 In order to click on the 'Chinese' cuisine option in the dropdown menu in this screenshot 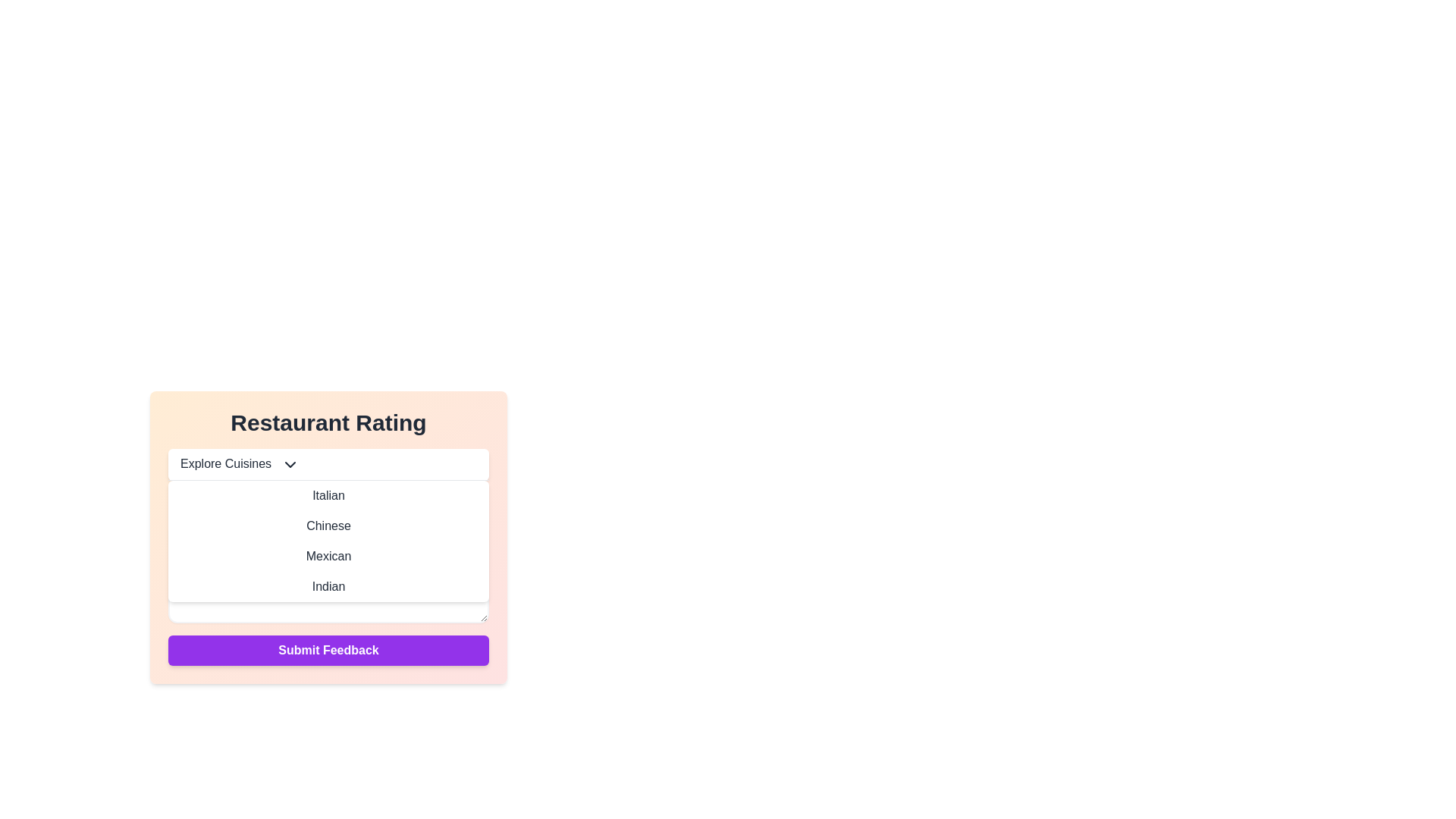, I will do `click(328, 525)`.